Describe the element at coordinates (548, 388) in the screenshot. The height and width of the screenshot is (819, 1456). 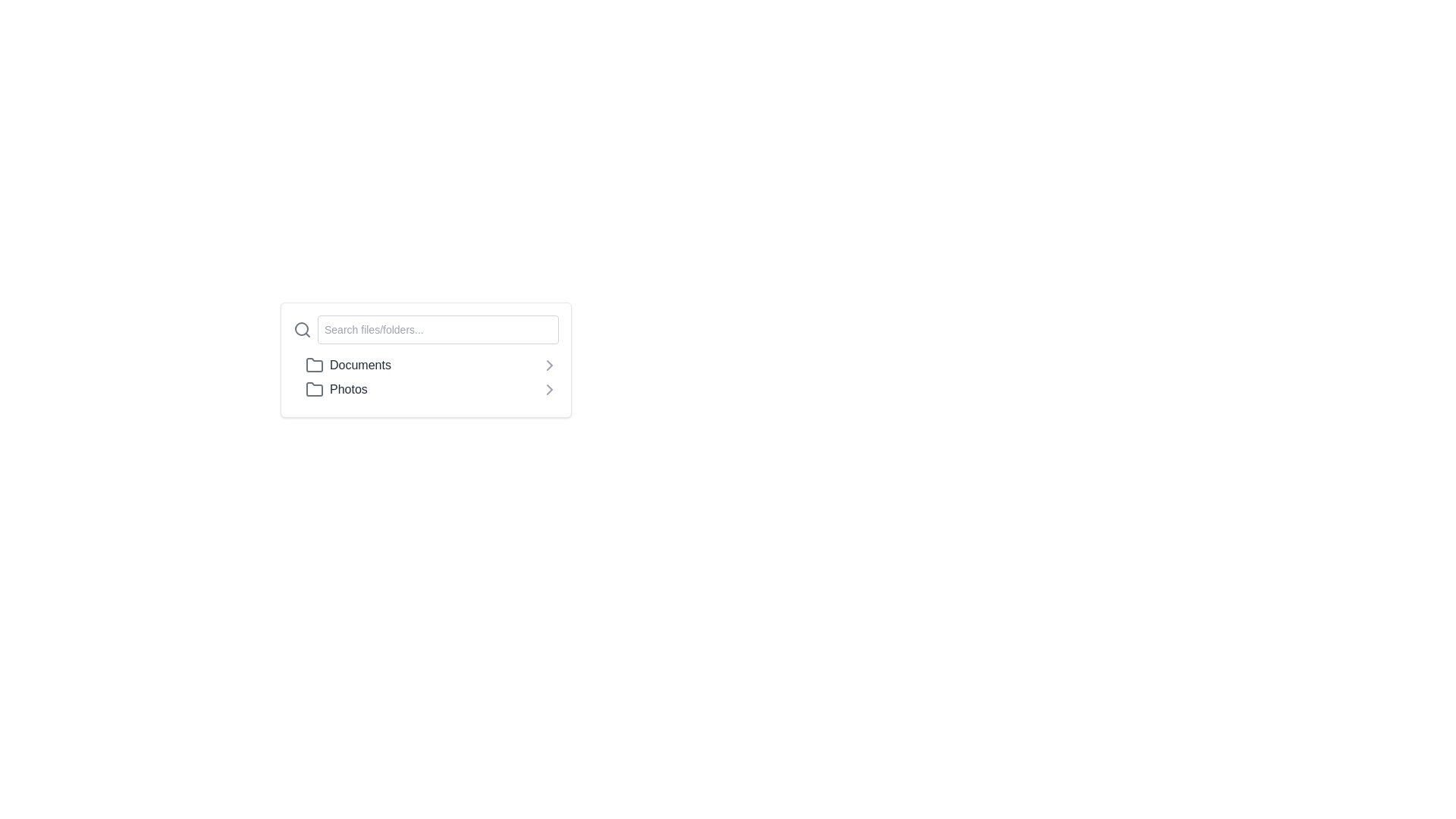
I see `the chevron icon located to the right of the 'Photos' text entry` at that location.